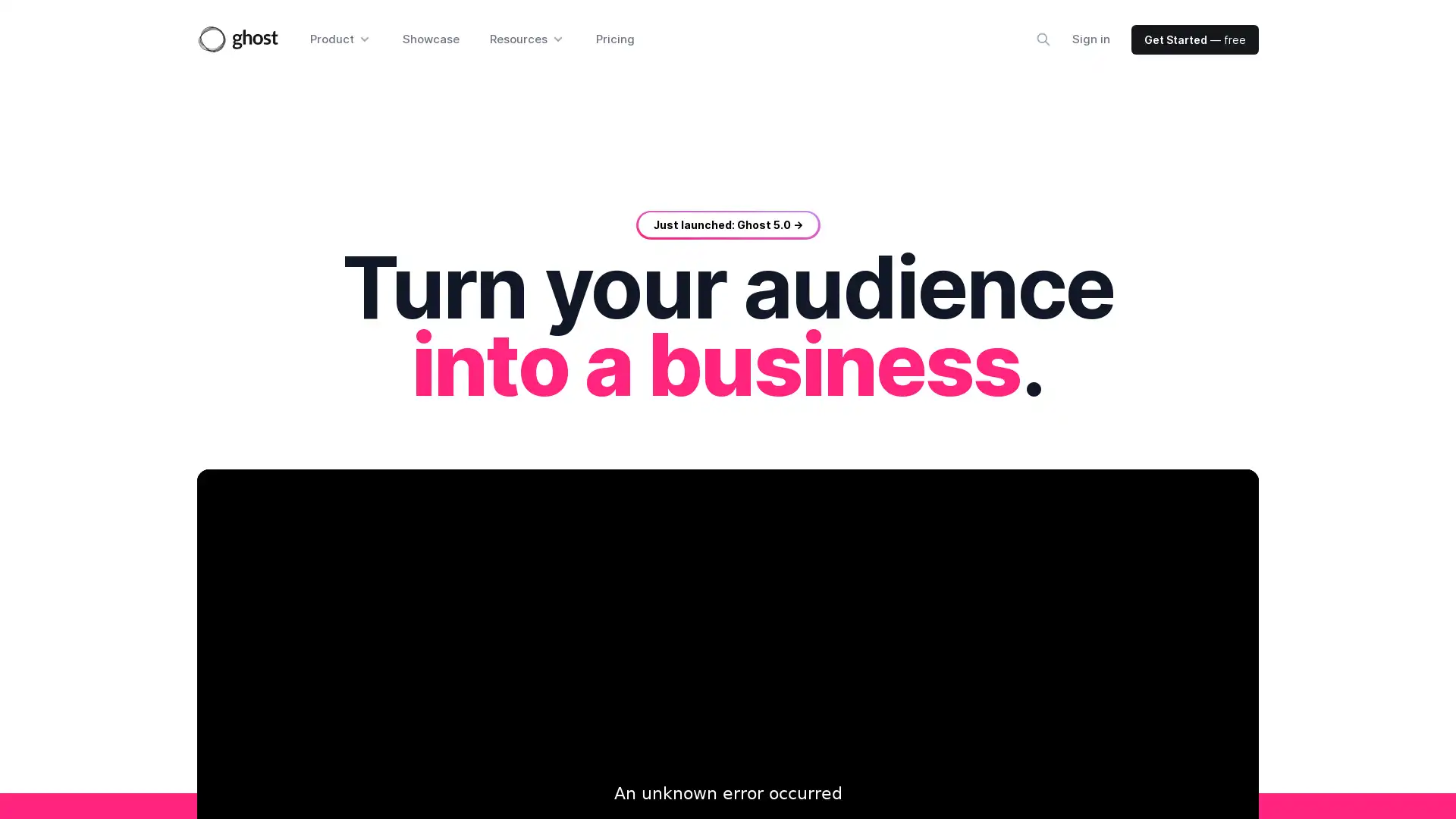 The width and height of the screenshot is (1456, 819). I want to click on Search, so click(1043, 38).